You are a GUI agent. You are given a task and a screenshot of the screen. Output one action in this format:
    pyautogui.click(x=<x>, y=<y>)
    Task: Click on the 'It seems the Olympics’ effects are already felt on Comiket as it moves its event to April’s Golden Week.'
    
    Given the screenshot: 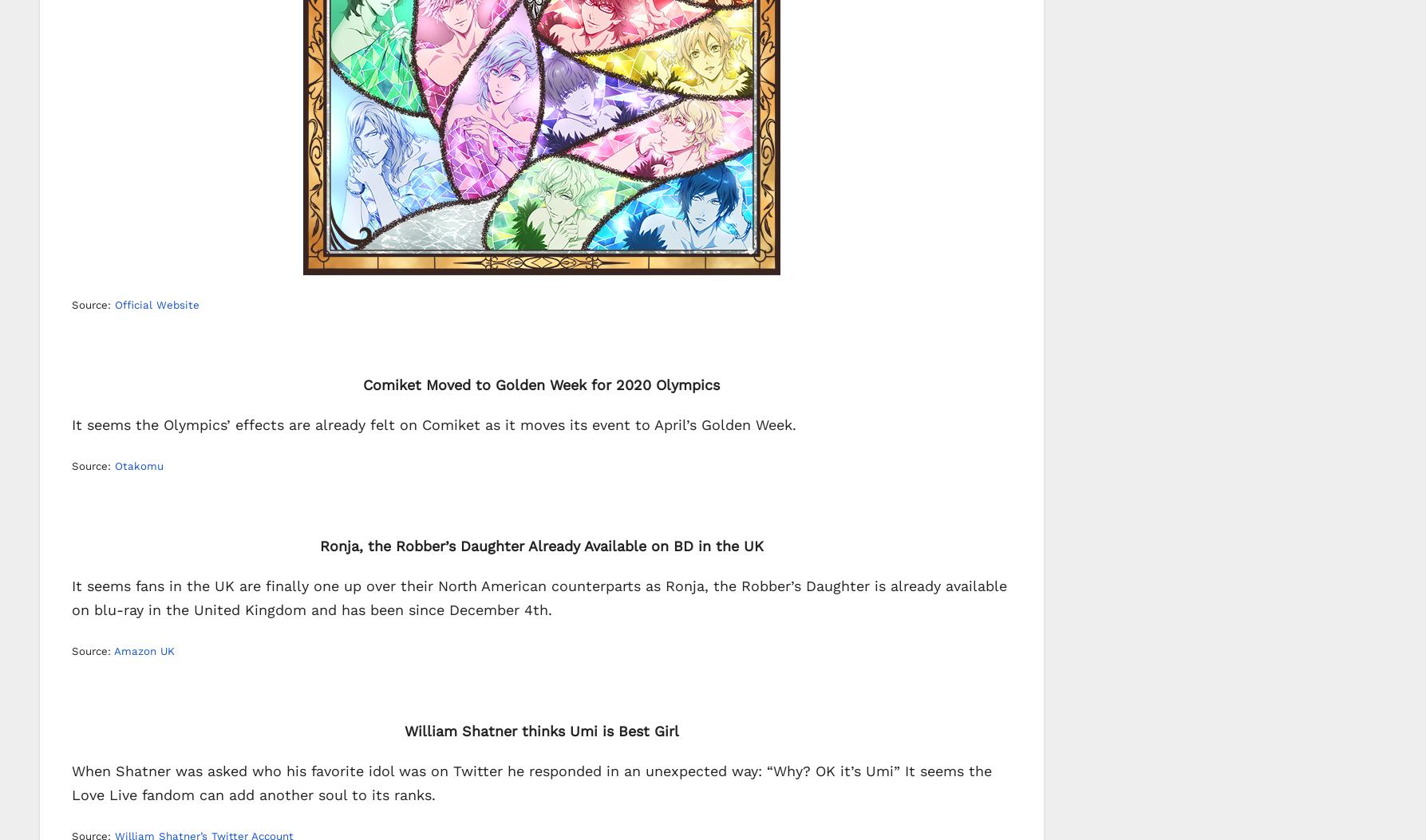 What is the action you would take?
    pyautogui.click(x=433, y=423)
    